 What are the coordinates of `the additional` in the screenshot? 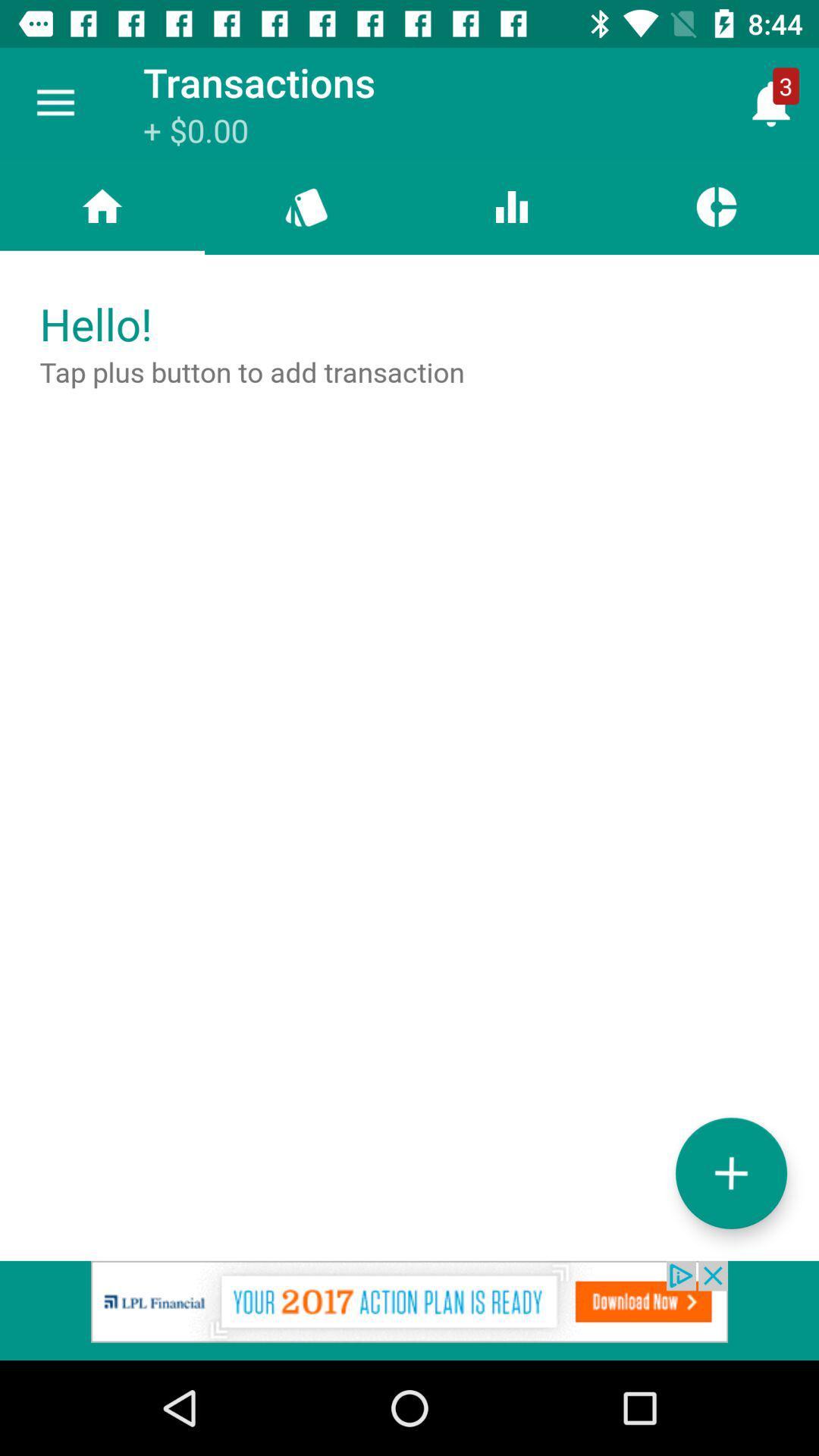 It's located at (730, 1172).